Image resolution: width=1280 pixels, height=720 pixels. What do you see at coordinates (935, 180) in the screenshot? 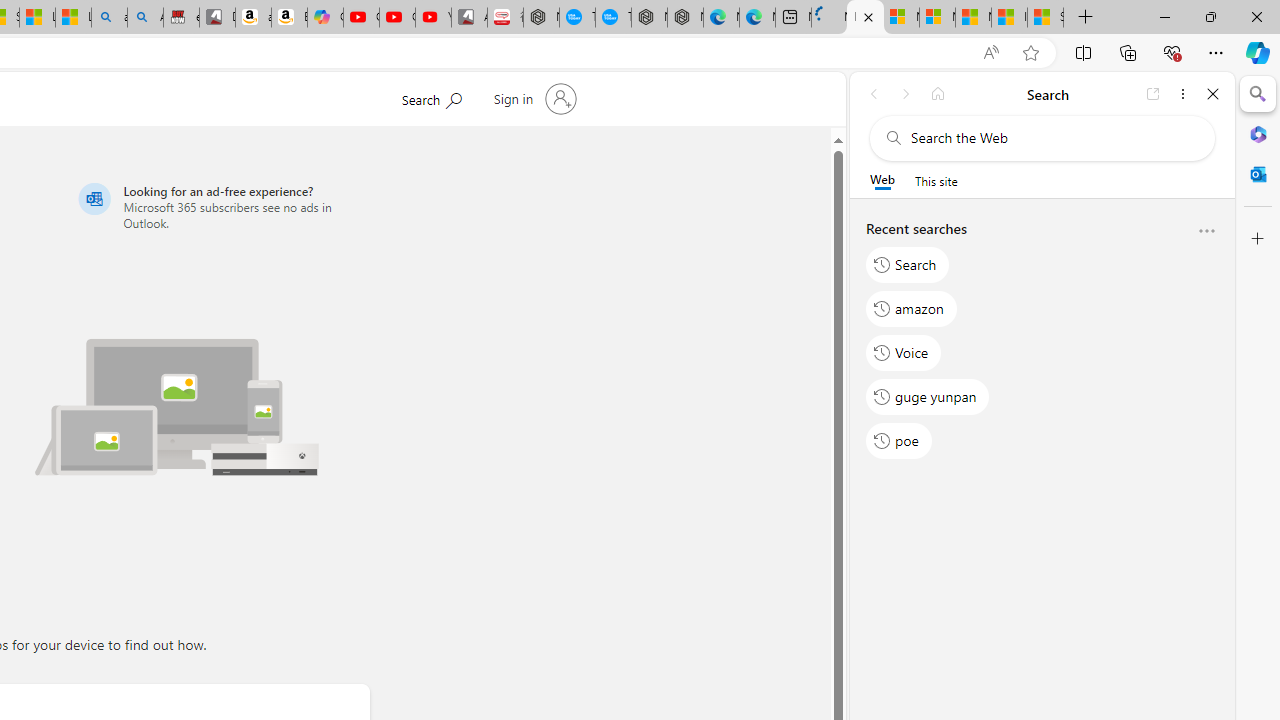
I see `'This site scope'` at bounding box center [935, 180].